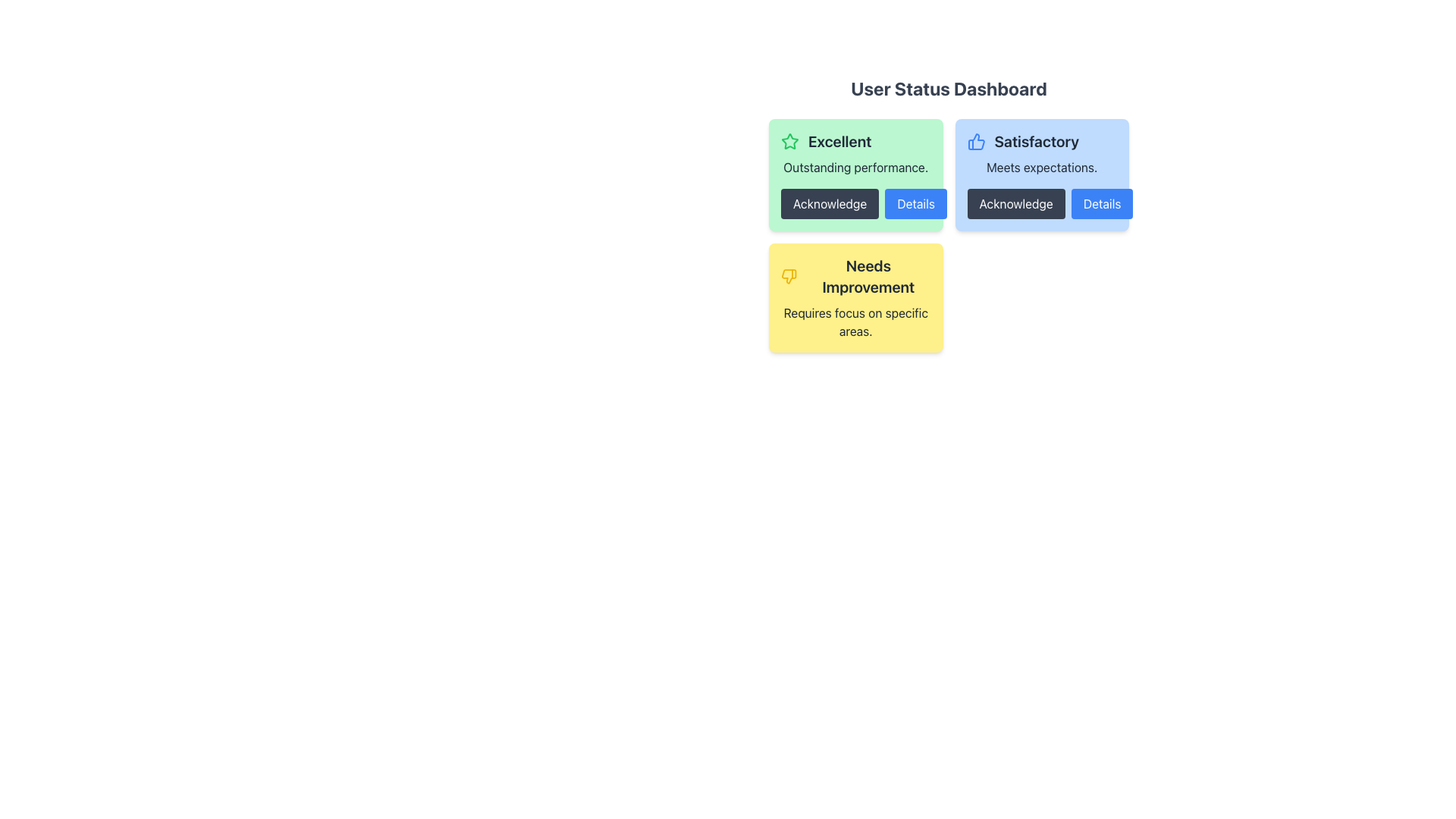  Describe the element at coordinates (839, 141) in the screenshot. I see `the 'Excellent' text label located in the top-left card of a 2x2 grid layout, adjacent to a star icon` at that location.